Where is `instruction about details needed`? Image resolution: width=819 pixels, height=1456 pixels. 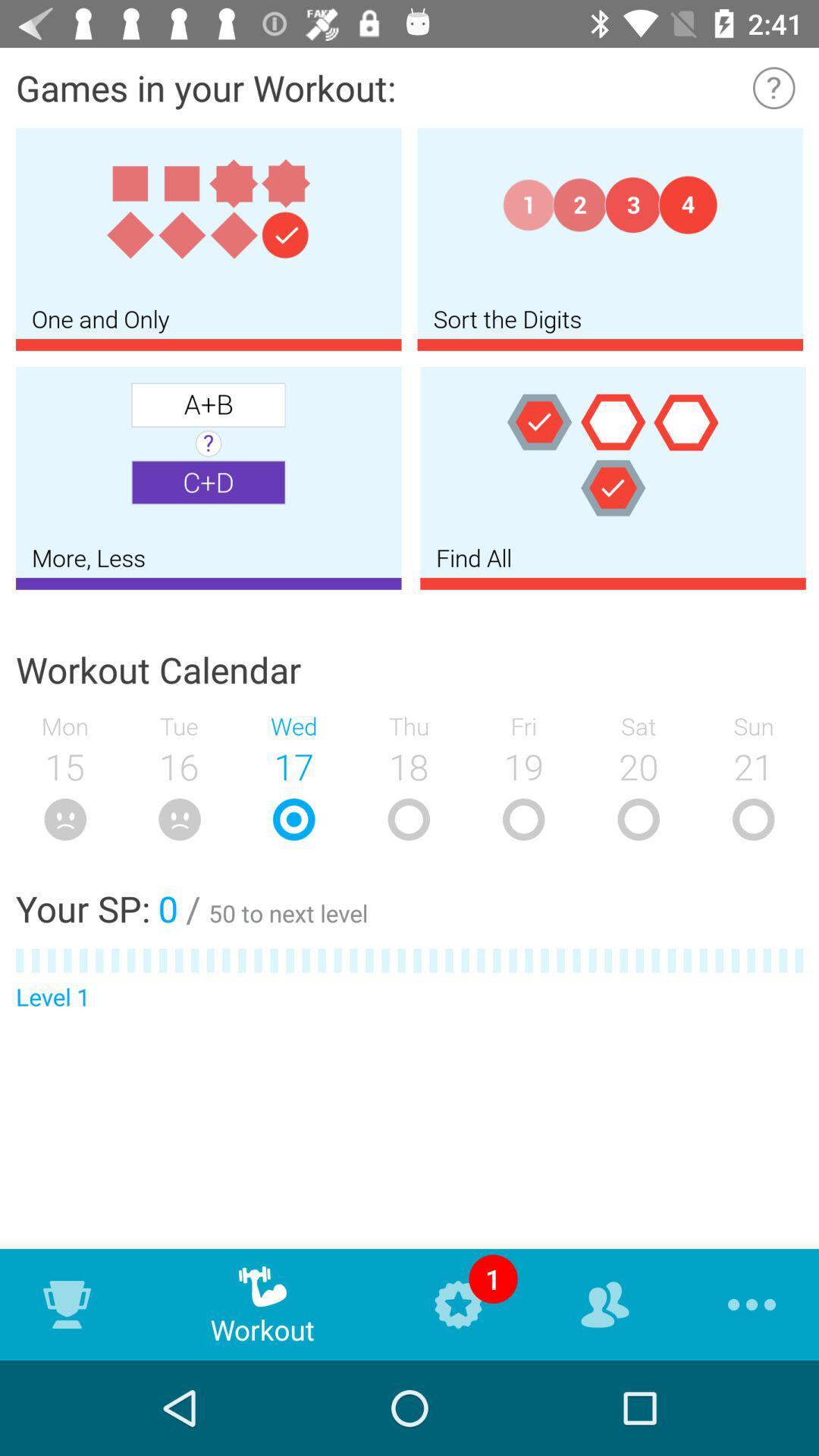
instruction about details needed is located at coordinates (773, 86).